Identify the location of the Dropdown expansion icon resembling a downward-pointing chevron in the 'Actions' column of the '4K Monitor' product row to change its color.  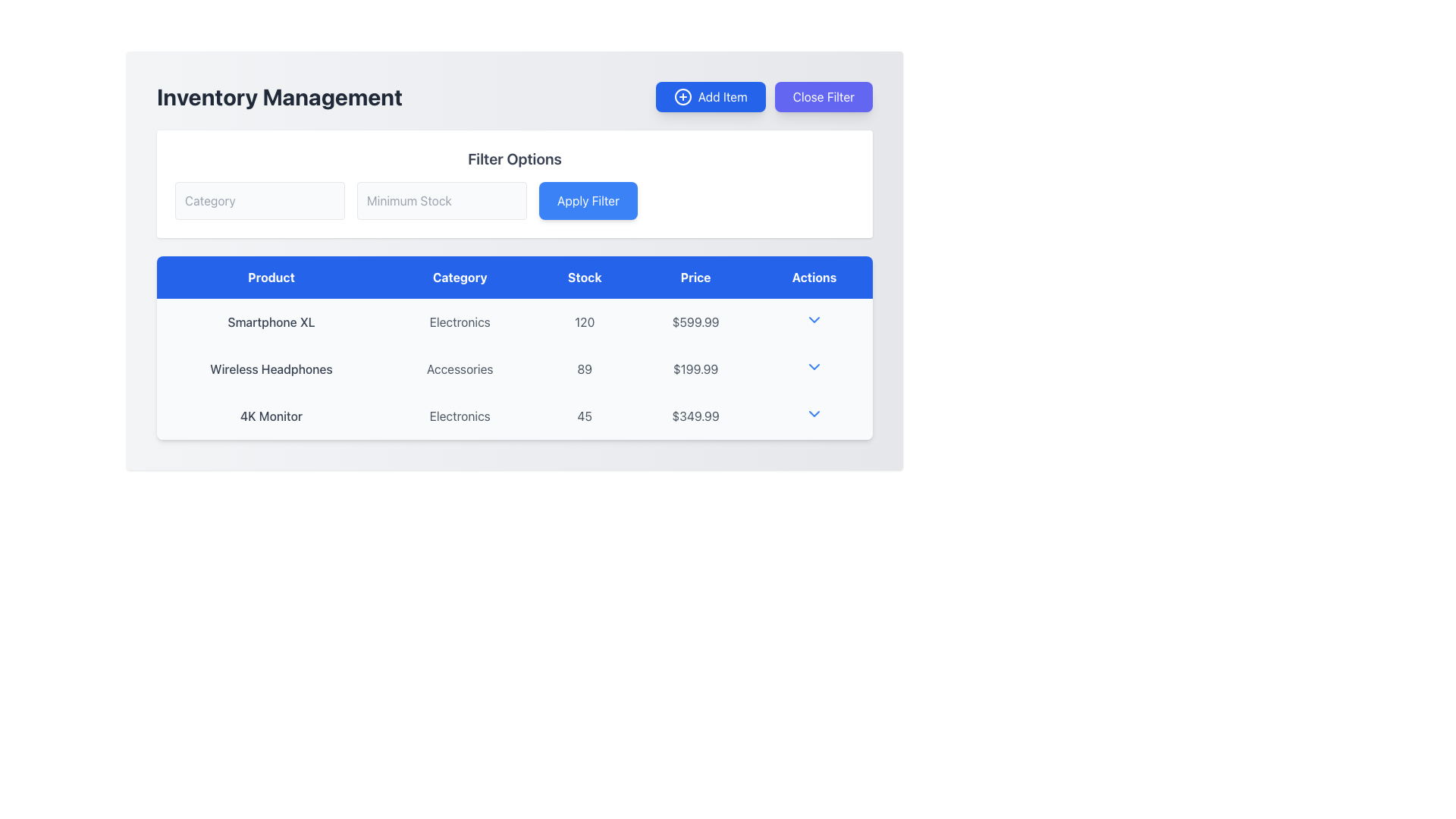
(814, 416).